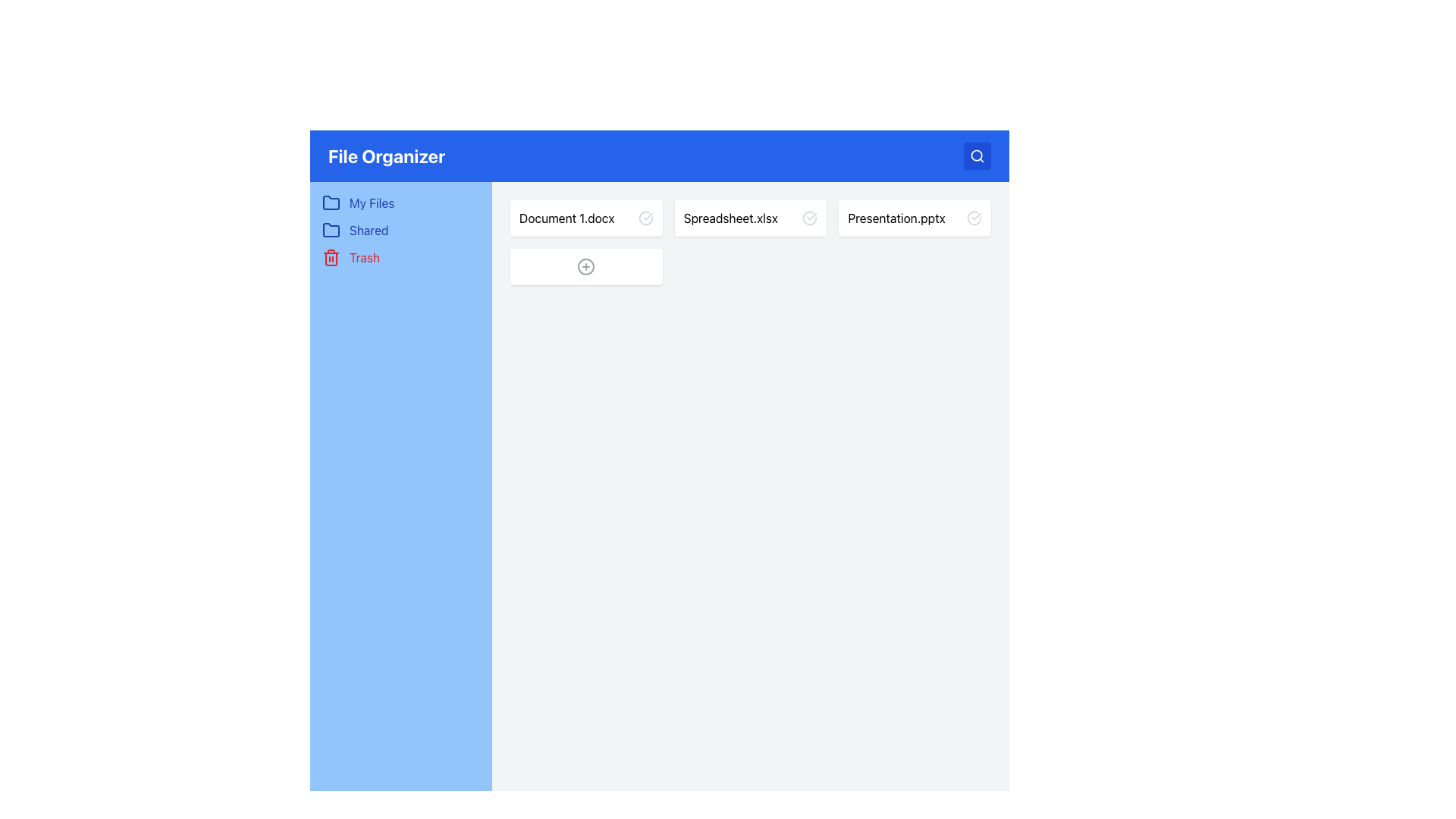 The width and height of the screenshot is (1456, 819). I want to click on the 'My Files' text label in the left-hand navigation panel, so click(372, 202).